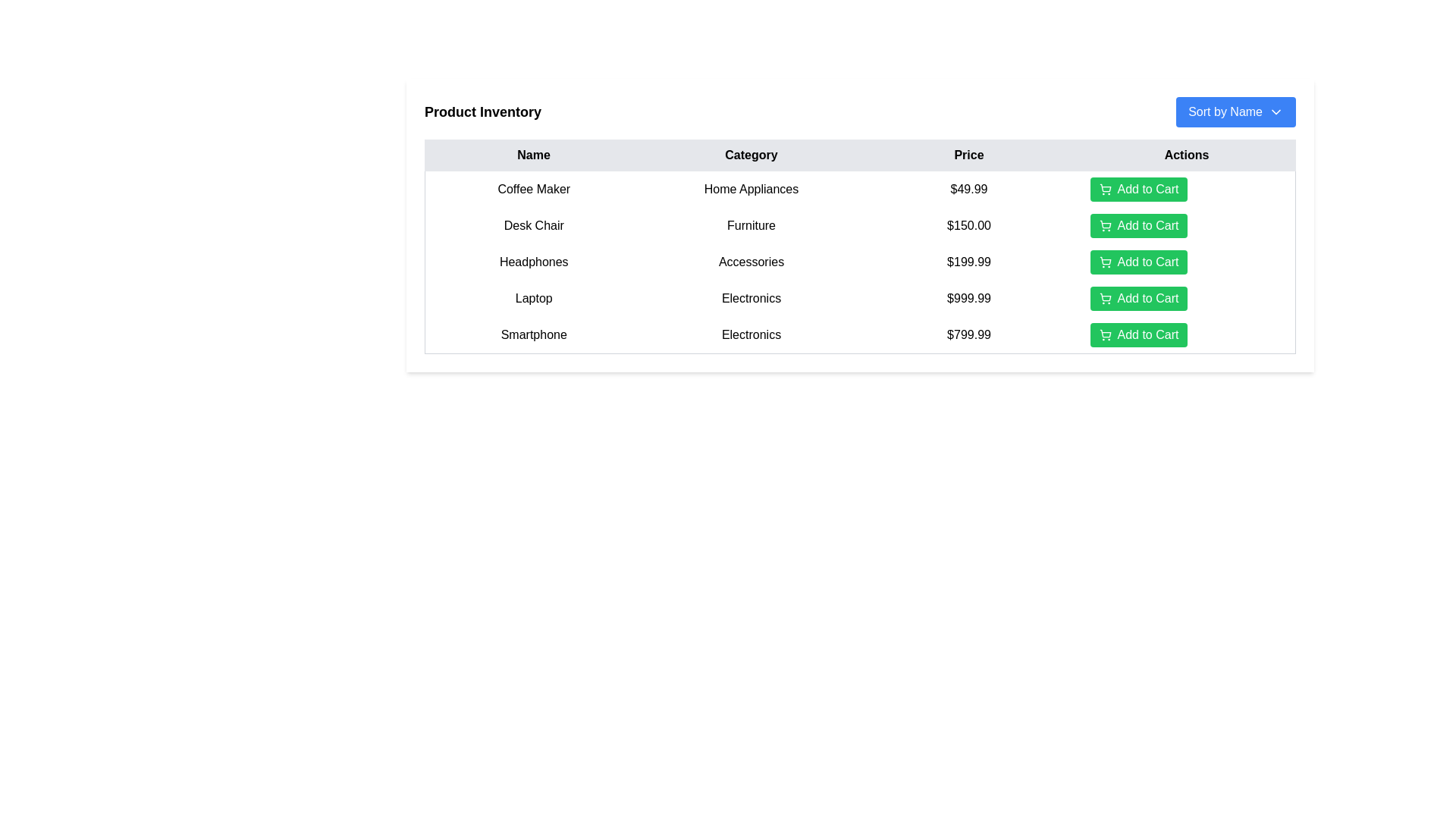 This screenshot has height=819, width=1456. Describe the element at coordinates (968, 298) in the screenshot. I see `the Text Label displaying the price of the laptop located in the third column and third row of the table` at that location.